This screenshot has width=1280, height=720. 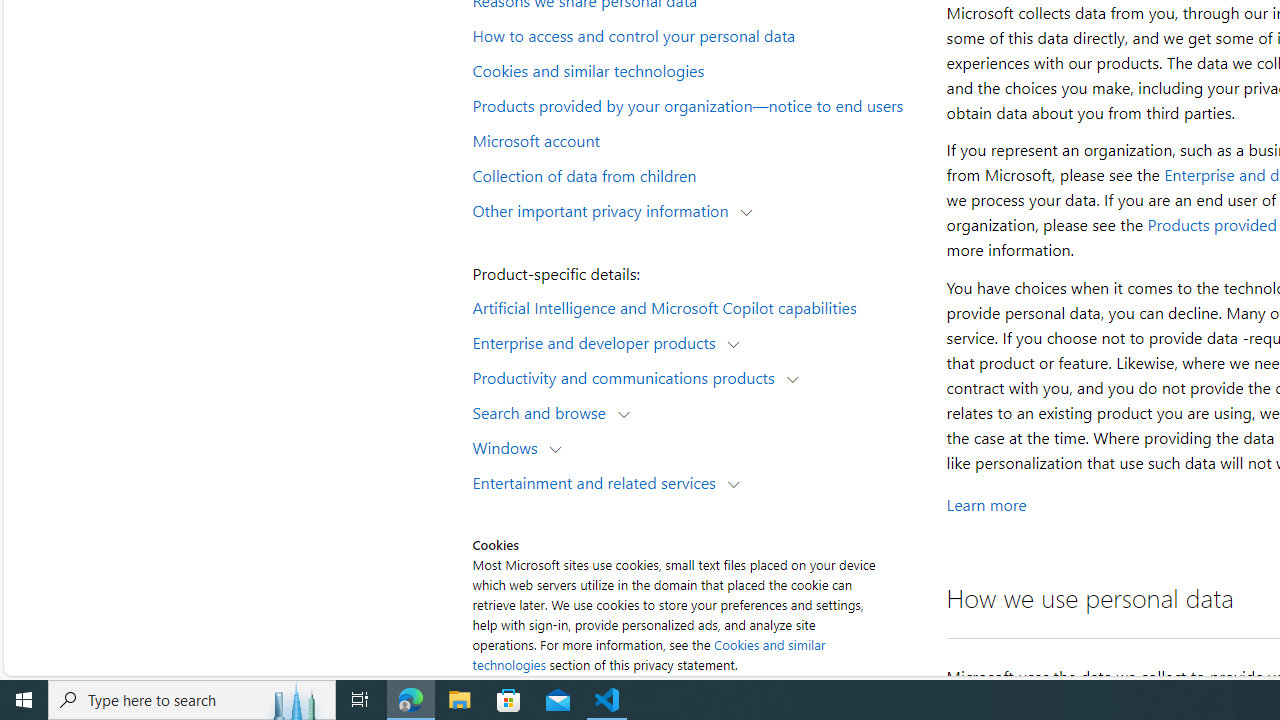 What do you see at coordinates (696, 306) in the screenshot?
I see `'Artificial Intelligence and Microsoft Copilot capabilities'` at bounding box center [696, 306].